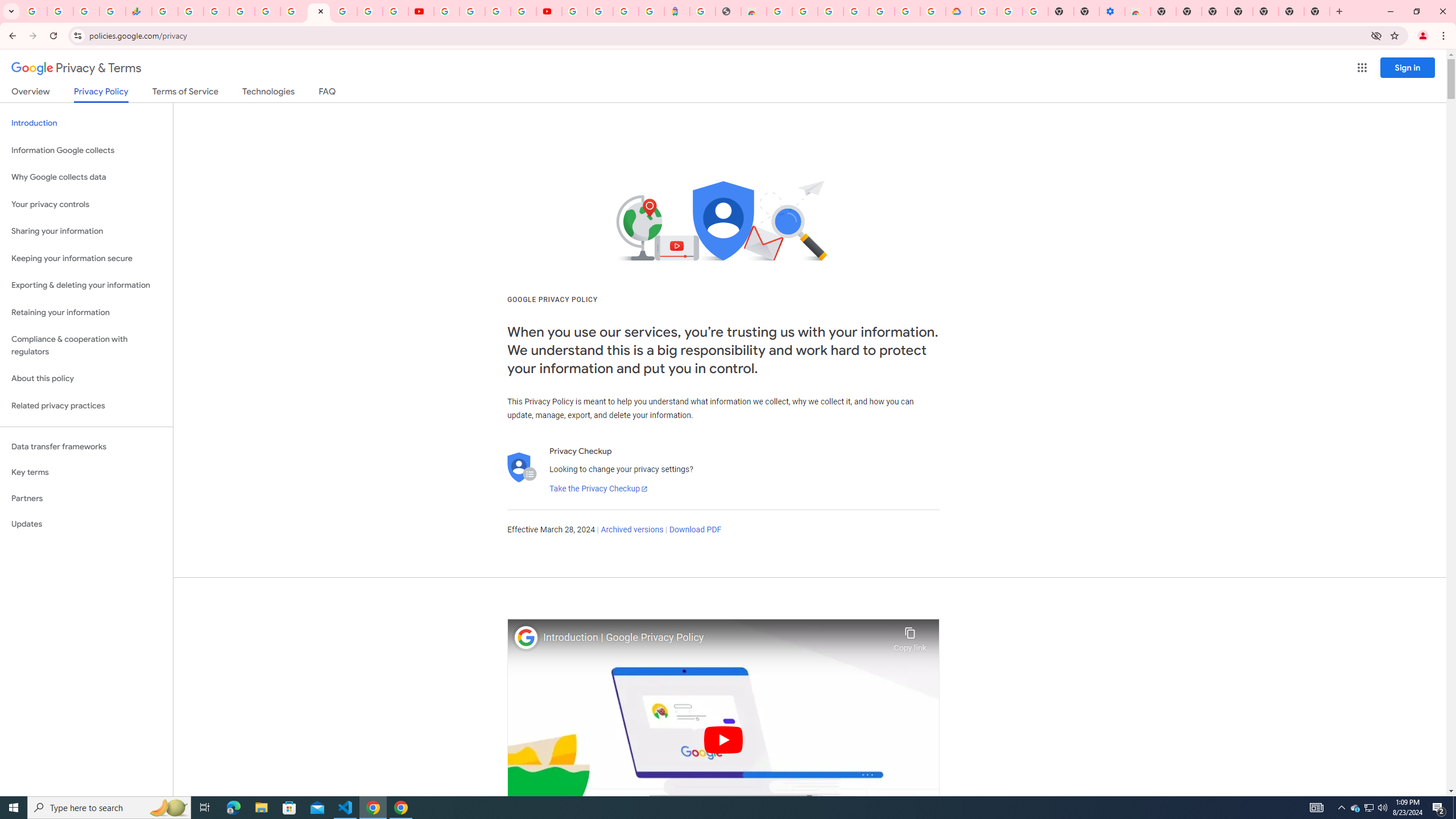 This screenshot has width=1456, height=819. I want to click on 'Retaining your information', so click(86, 312).